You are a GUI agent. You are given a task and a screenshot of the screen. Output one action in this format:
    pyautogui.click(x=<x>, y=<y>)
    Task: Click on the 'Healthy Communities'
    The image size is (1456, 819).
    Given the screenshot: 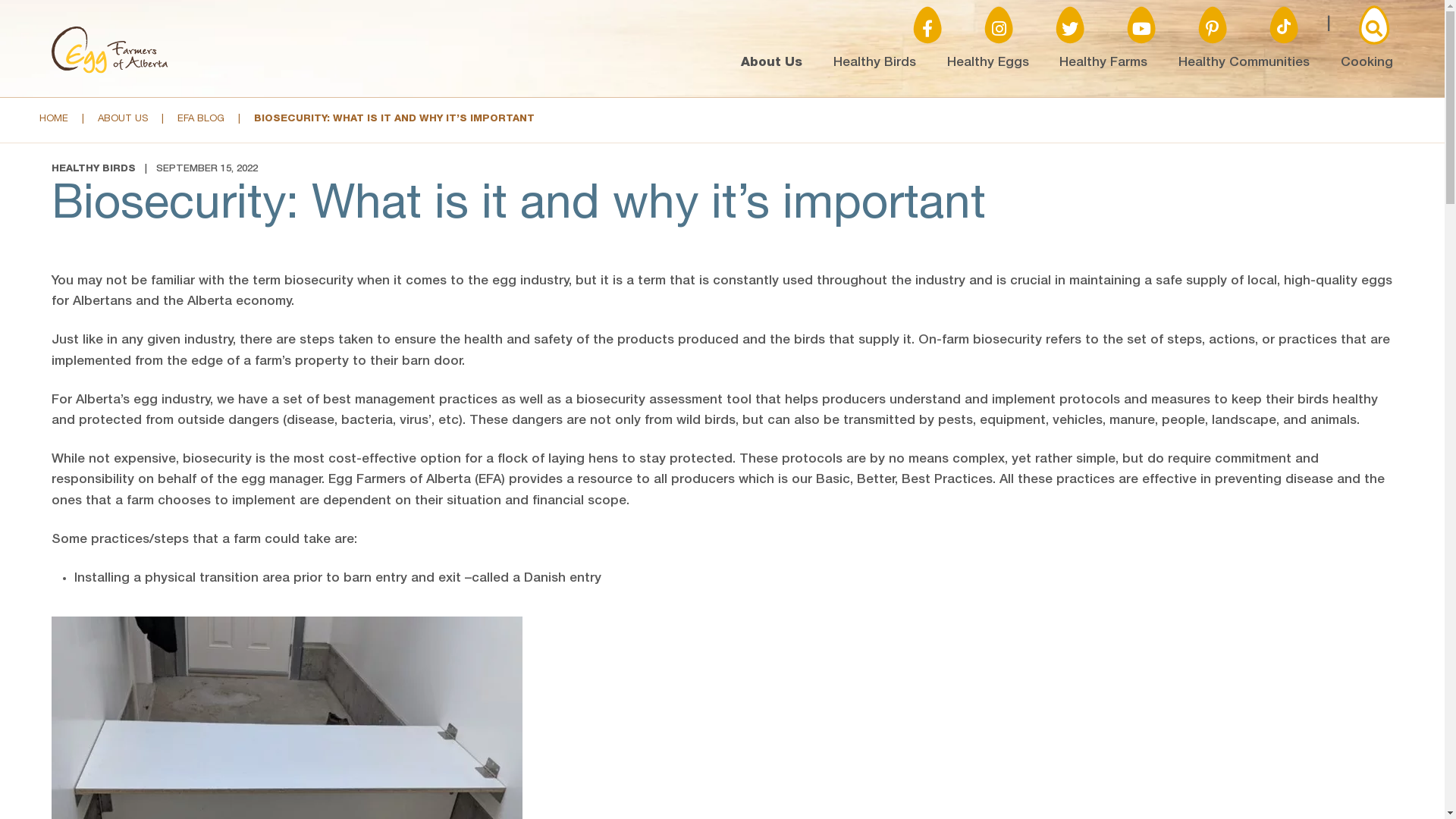 What is the action you would take?
    pyautogui.click(x=1244, y=62)
    